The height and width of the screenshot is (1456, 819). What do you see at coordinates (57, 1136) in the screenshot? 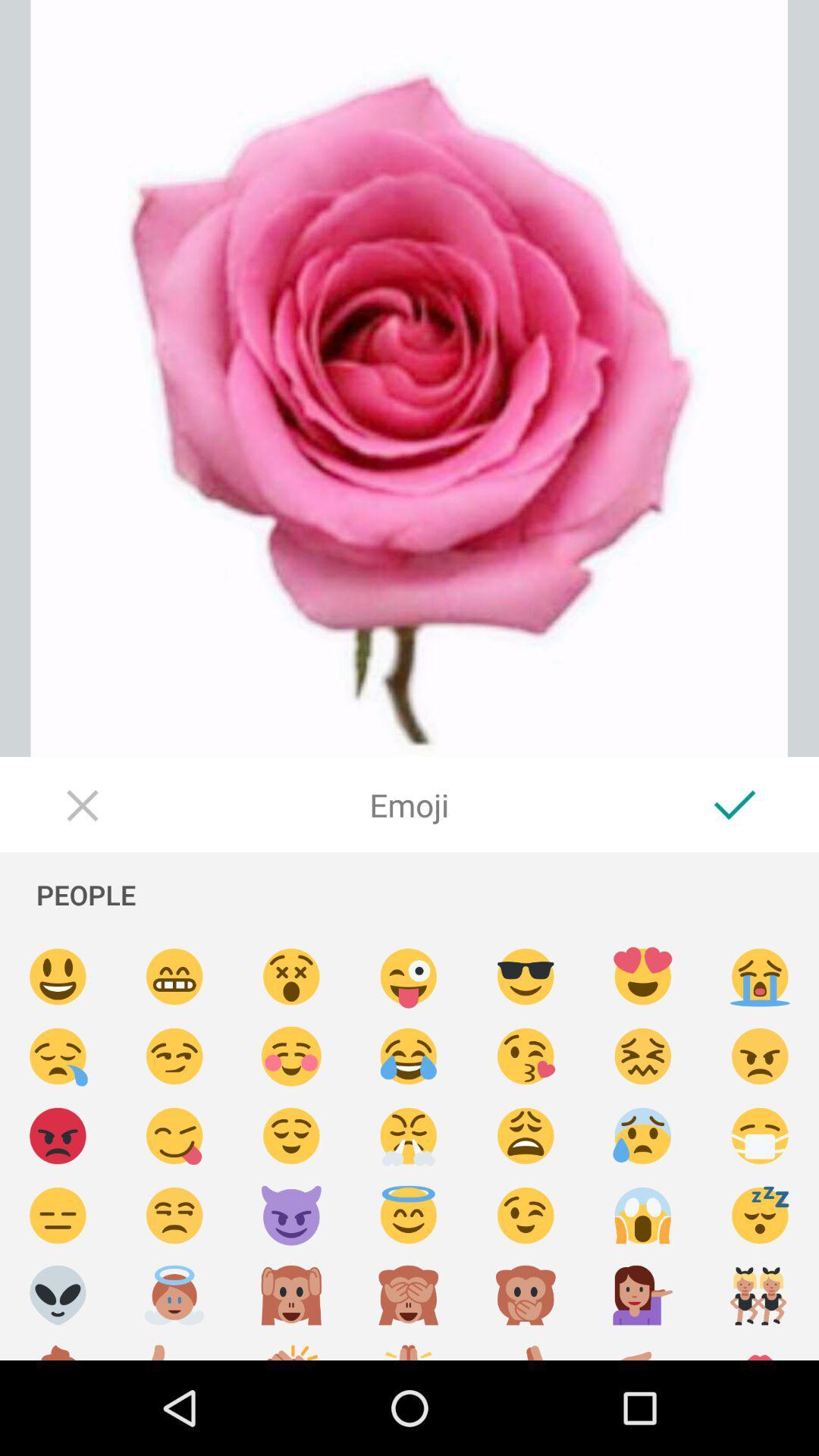
I see `send angry emoji` at bounding box center [57, 1136].